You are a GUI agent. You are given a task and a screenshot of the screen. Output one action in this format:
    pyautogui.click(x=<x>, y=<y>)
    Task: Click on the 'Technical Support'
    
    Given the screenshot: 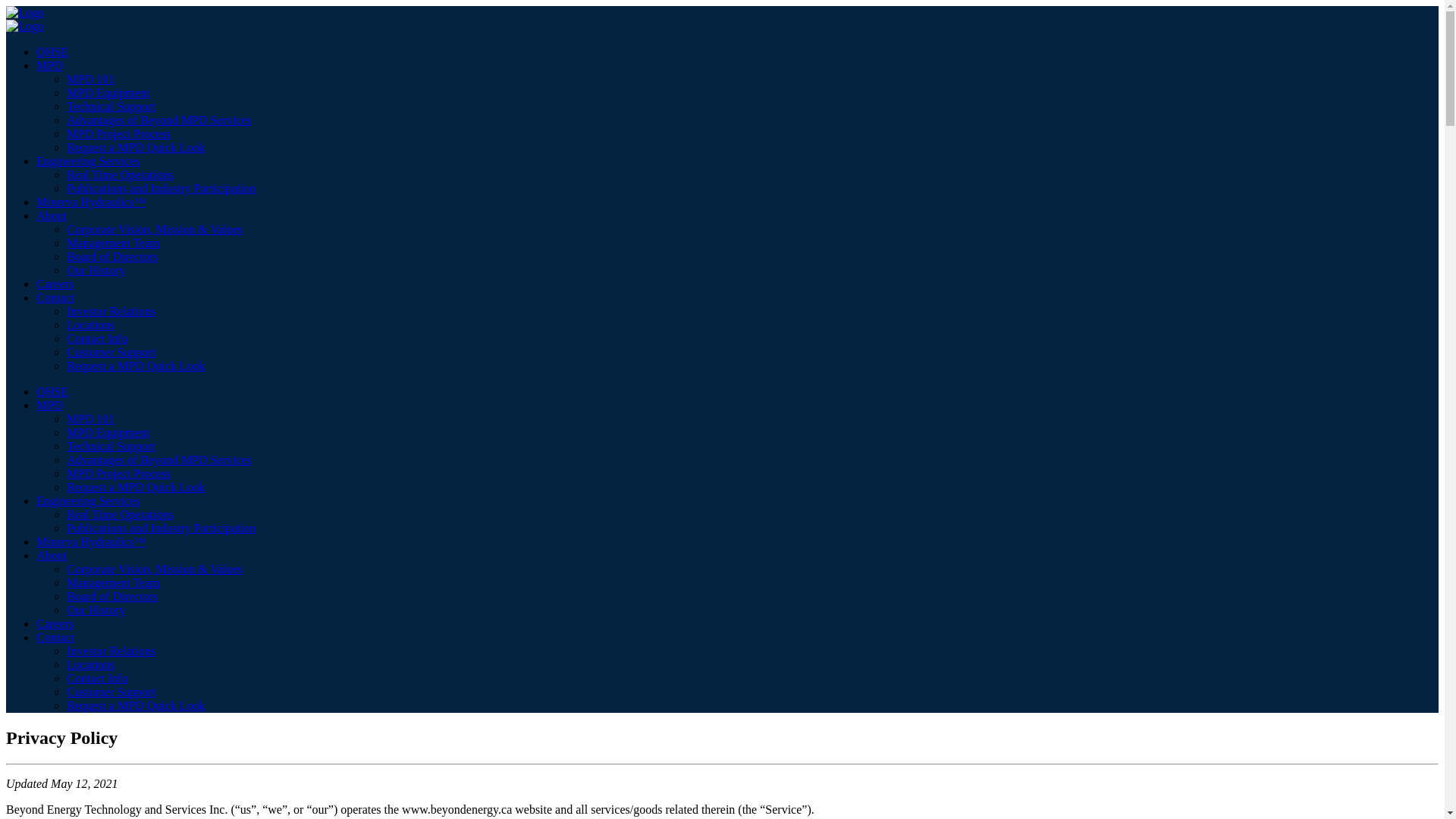 What is the action you would take?
    pyautogui.click(x=110, y=105)
    